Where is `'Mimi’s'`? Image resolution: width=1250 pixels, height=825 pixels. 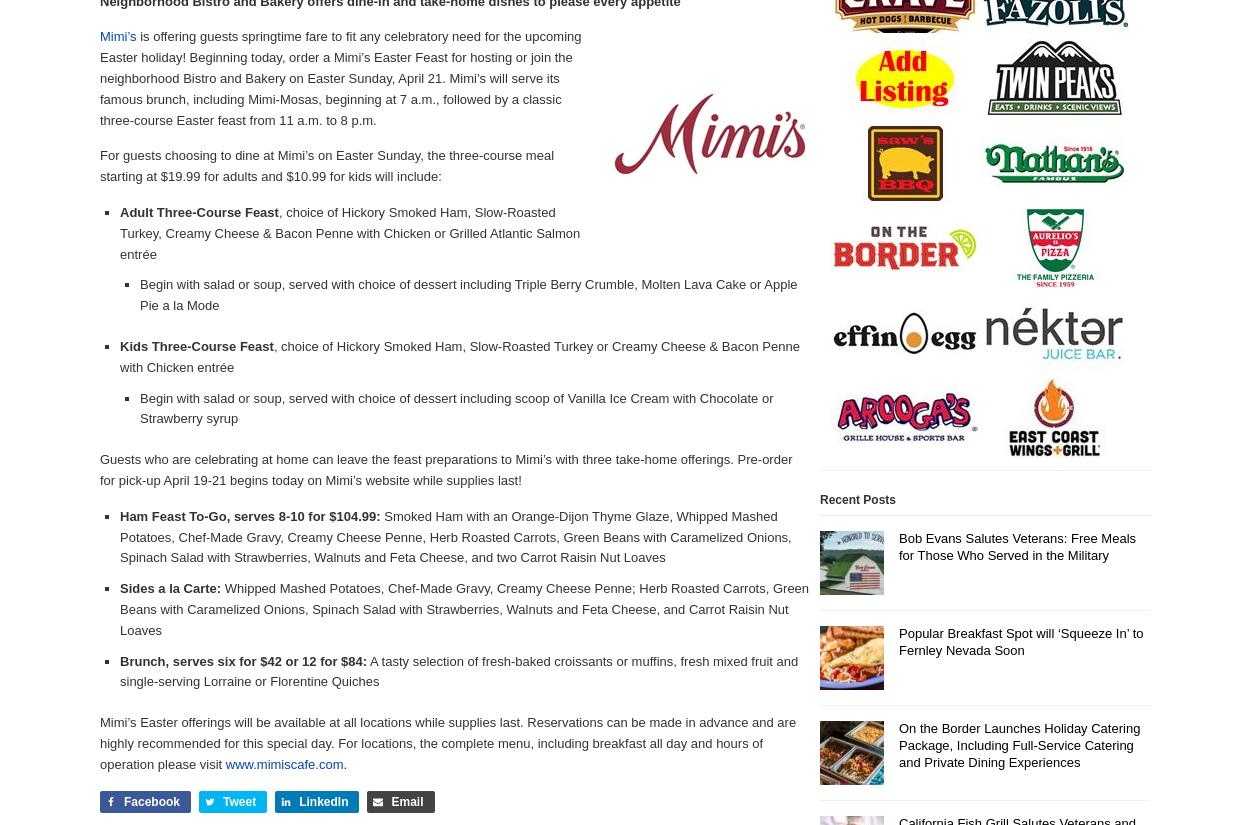
'Mimi’s' is located at coordinates (117, 36).